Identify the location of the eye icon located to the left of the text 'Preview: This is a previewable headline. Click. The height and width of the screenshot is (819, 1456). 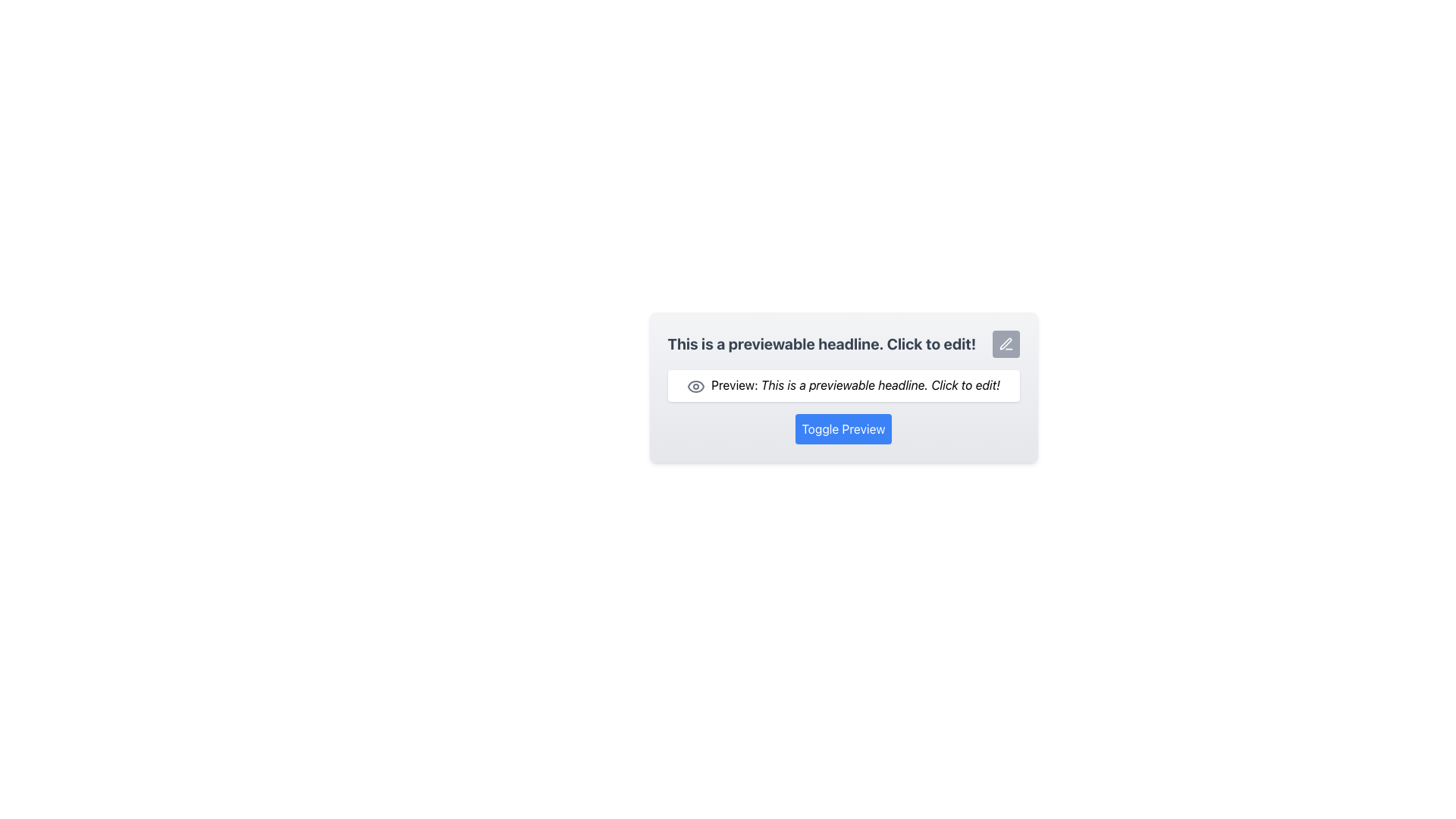
(695, 385).